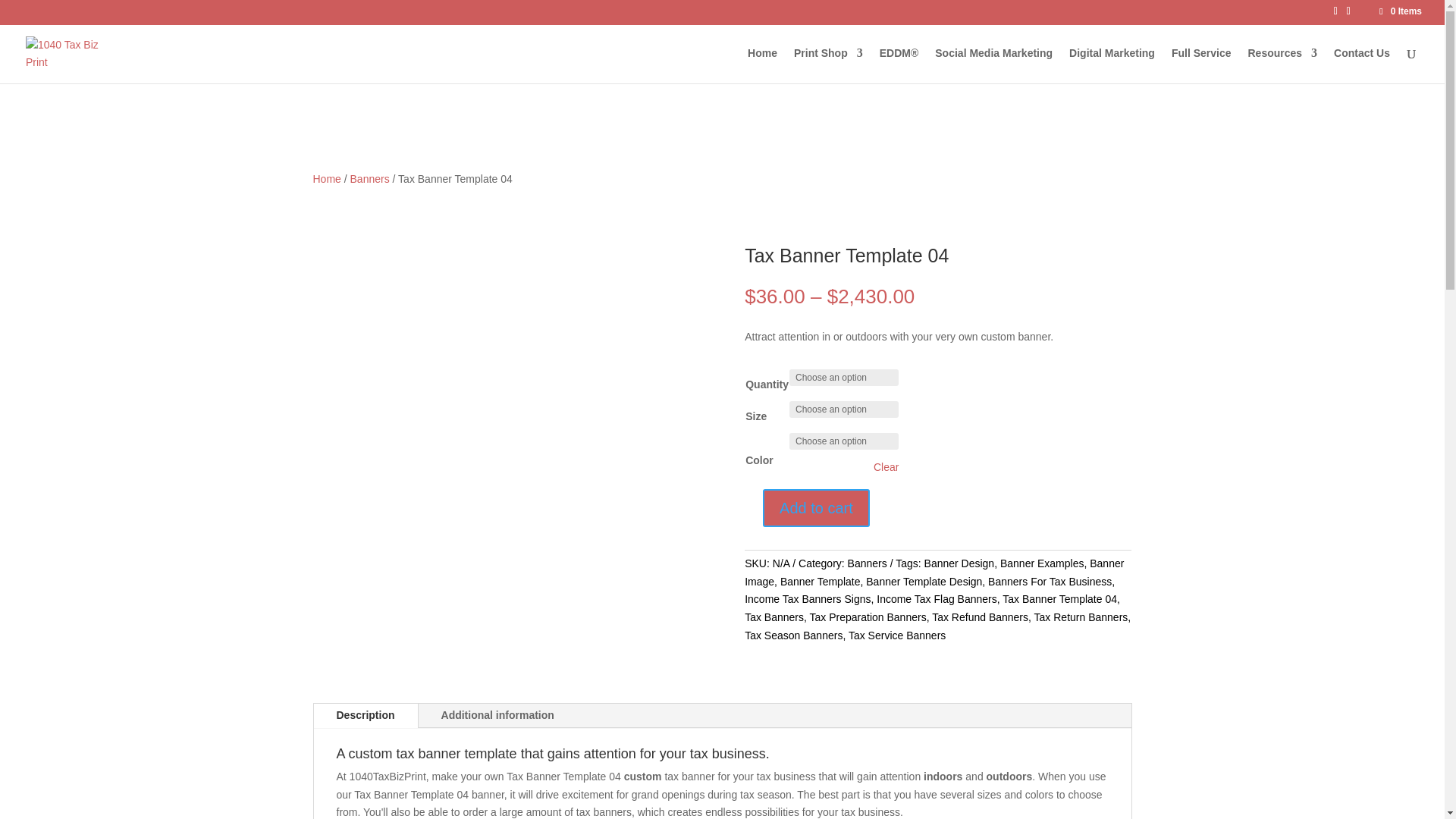  What do you see at coordinates (867, 563) in the screenshot?
I see `'Banners'` at bounding box center [867, 563].